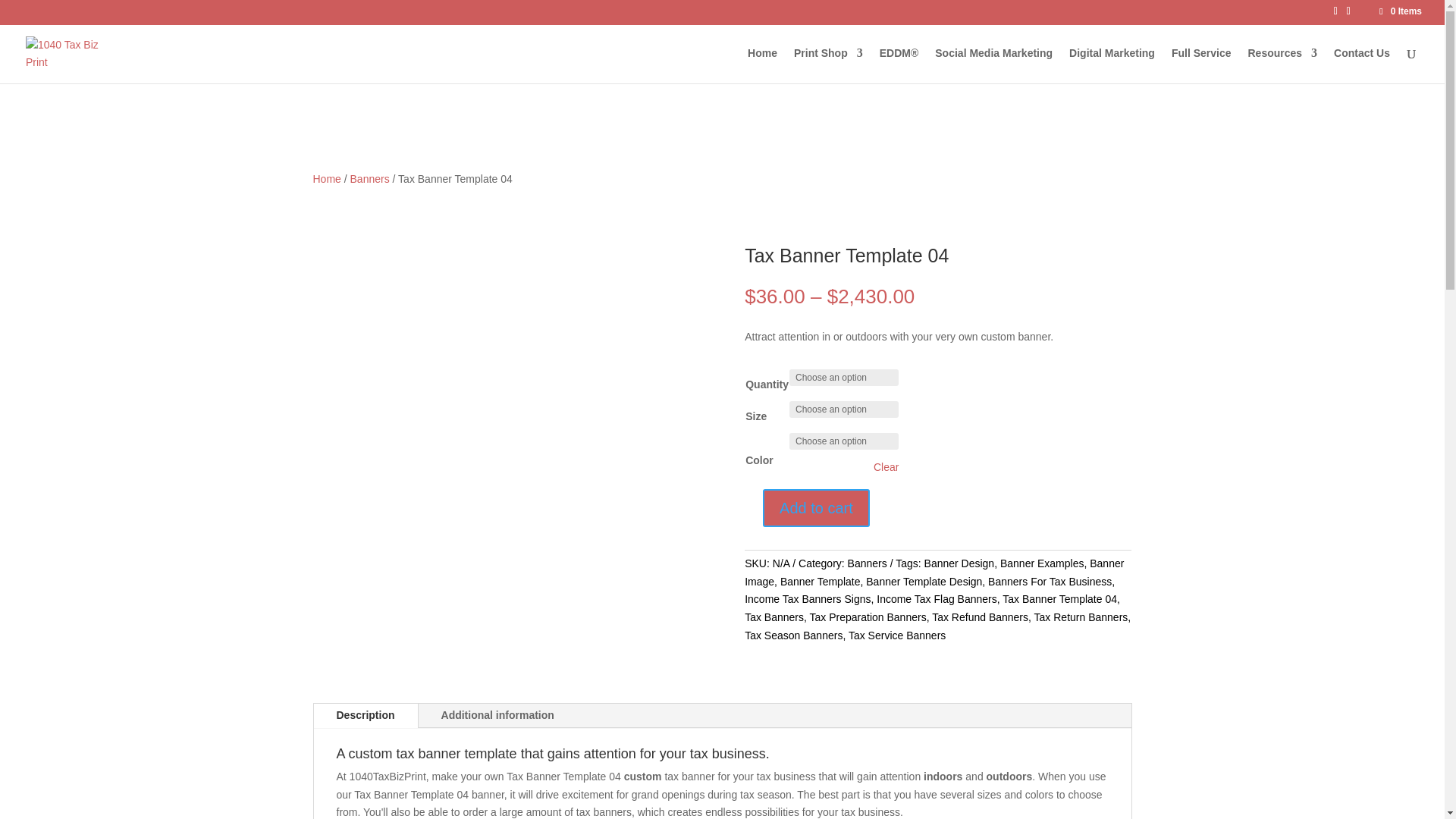  What do you see at coordinates (867, 563) in the screenshot?
I see `'Banners'` at bounding box center [867, 563].